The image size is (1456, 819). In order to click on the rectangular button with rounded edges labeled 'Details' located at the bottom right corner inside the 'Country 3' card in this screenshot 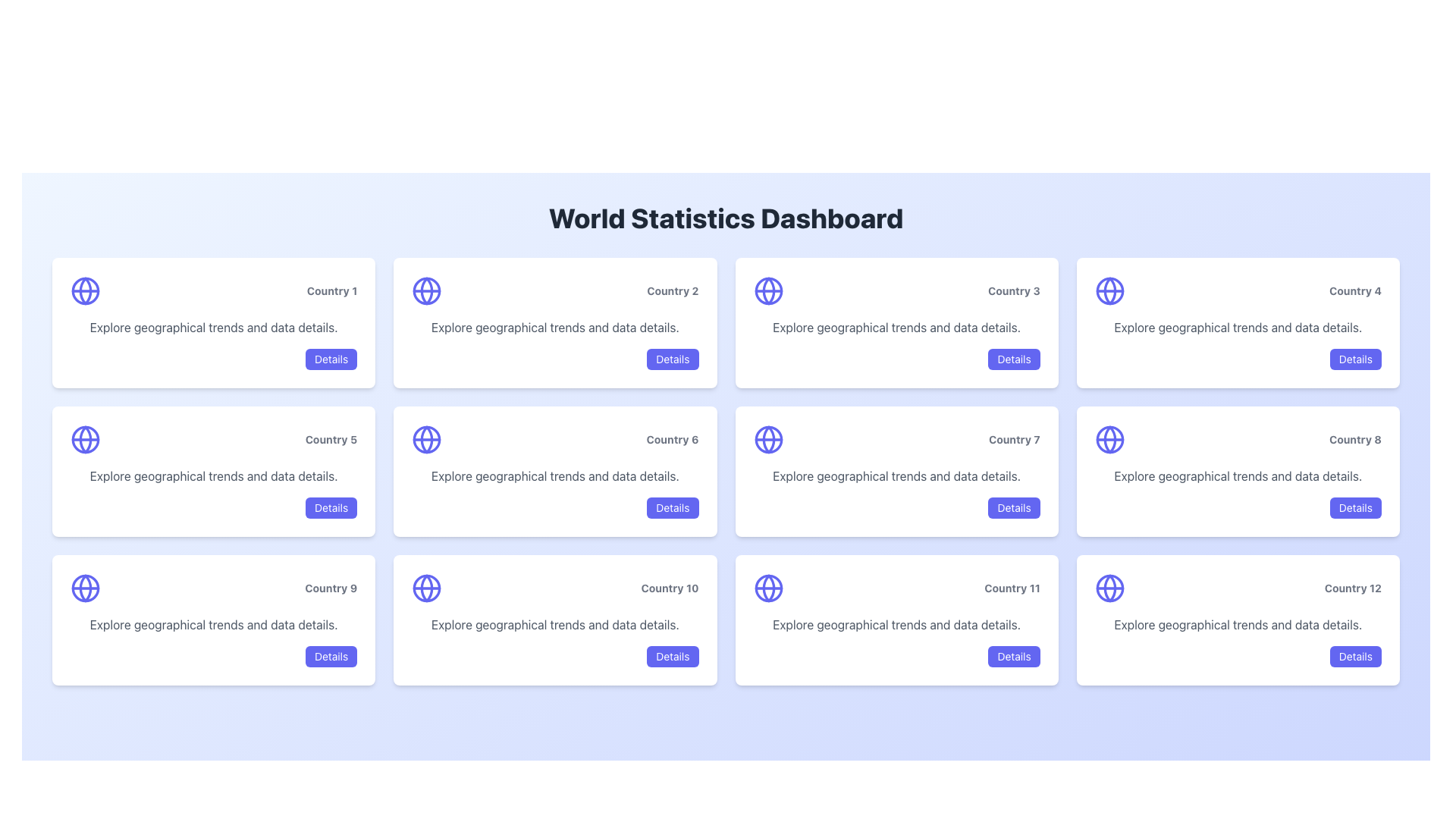, I will do `click(1014, 359)`.